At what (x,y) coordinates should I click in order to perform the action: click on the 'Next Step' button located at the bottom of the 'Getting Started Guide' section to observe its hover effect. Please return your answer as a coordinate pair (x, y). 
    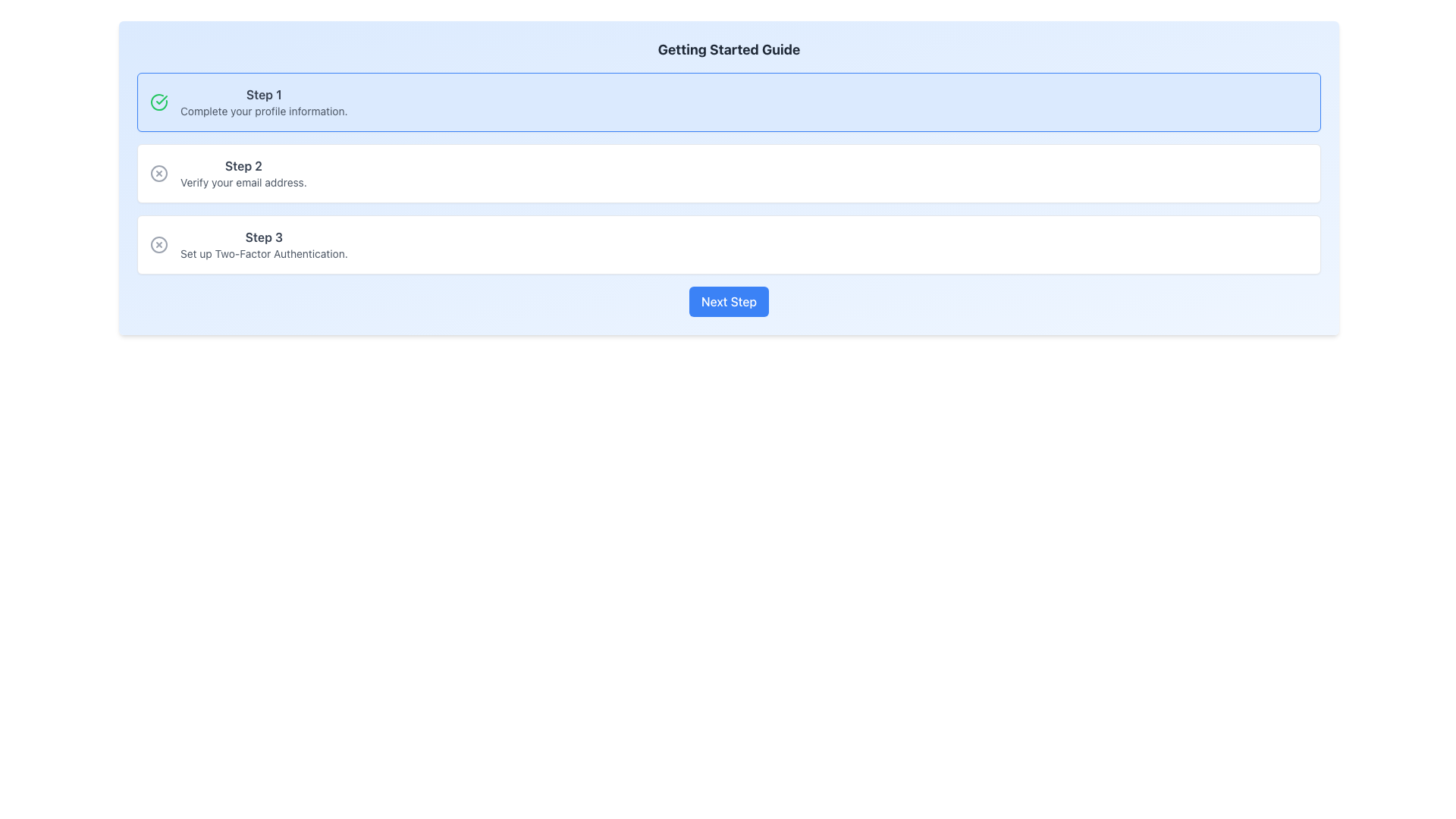
    Looking at the image, I should click on (729, 301).